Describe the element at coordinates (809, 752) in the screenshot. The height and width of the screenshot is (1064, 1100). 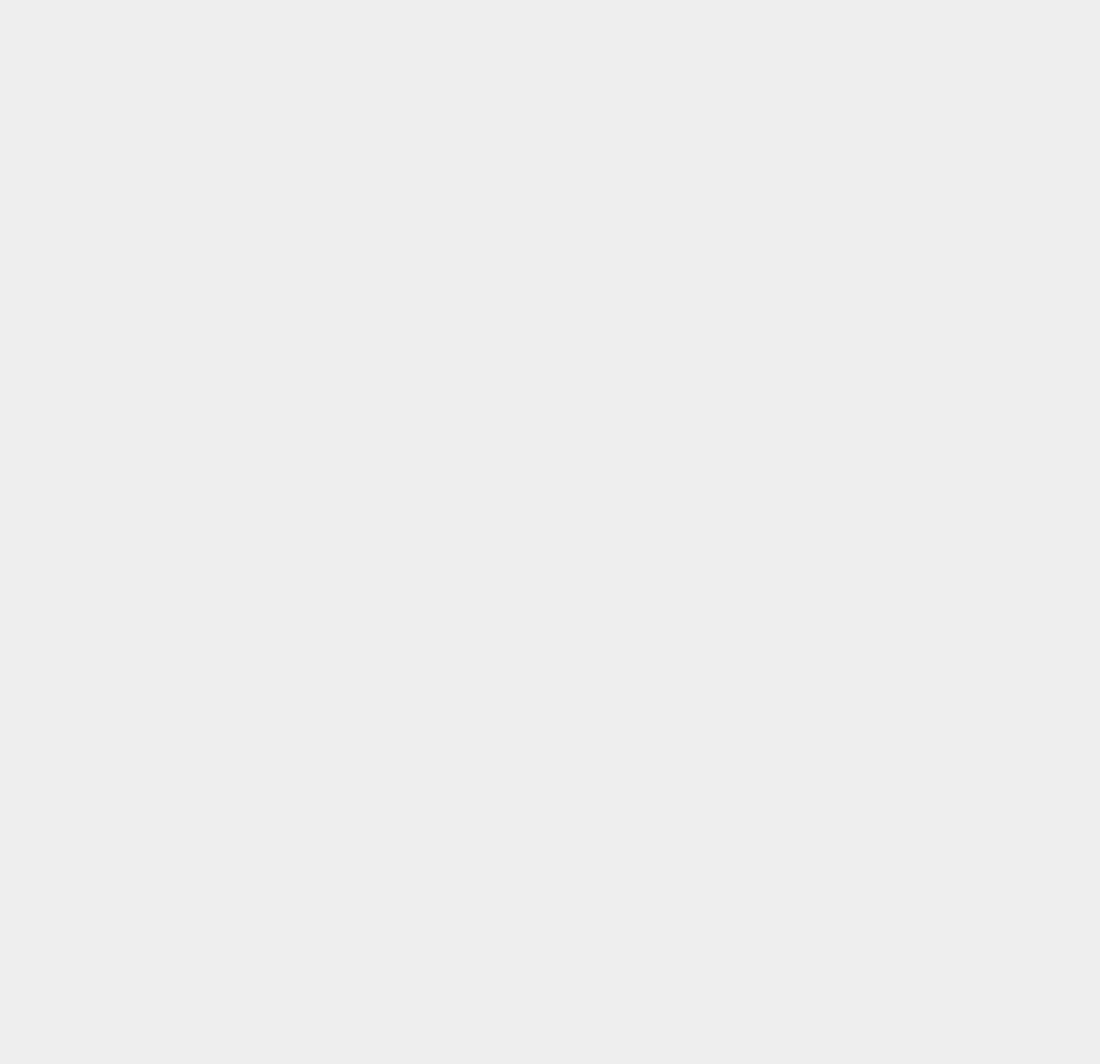
I see `'Computer'` at that location.